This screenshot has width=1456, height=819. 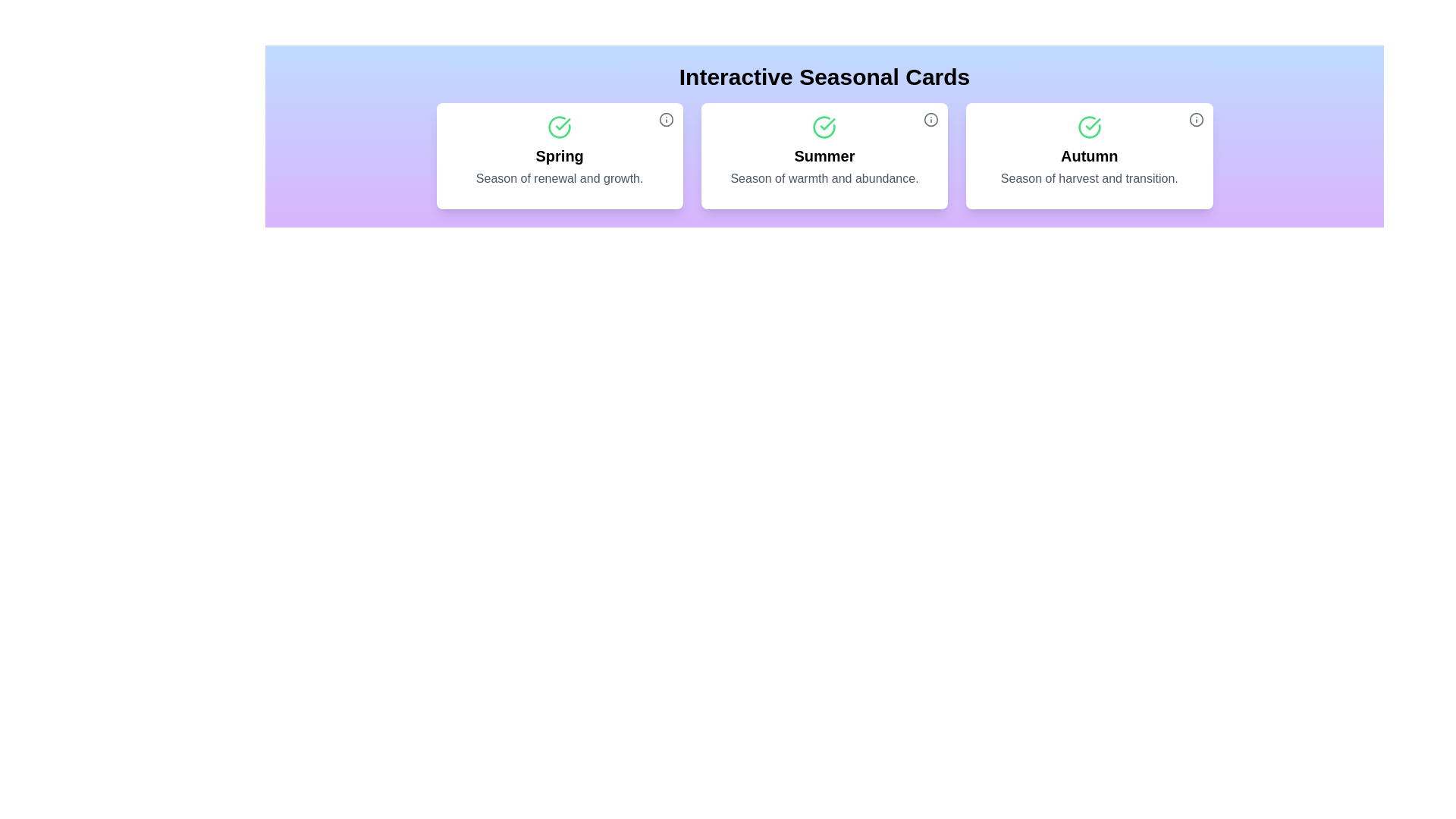 What do you see at coordinates (930, 119) in the screenshot?
I see `the circular 'info' icon located in the upper-right corner of the 'Summer' card` at bounding box center [930, 119].